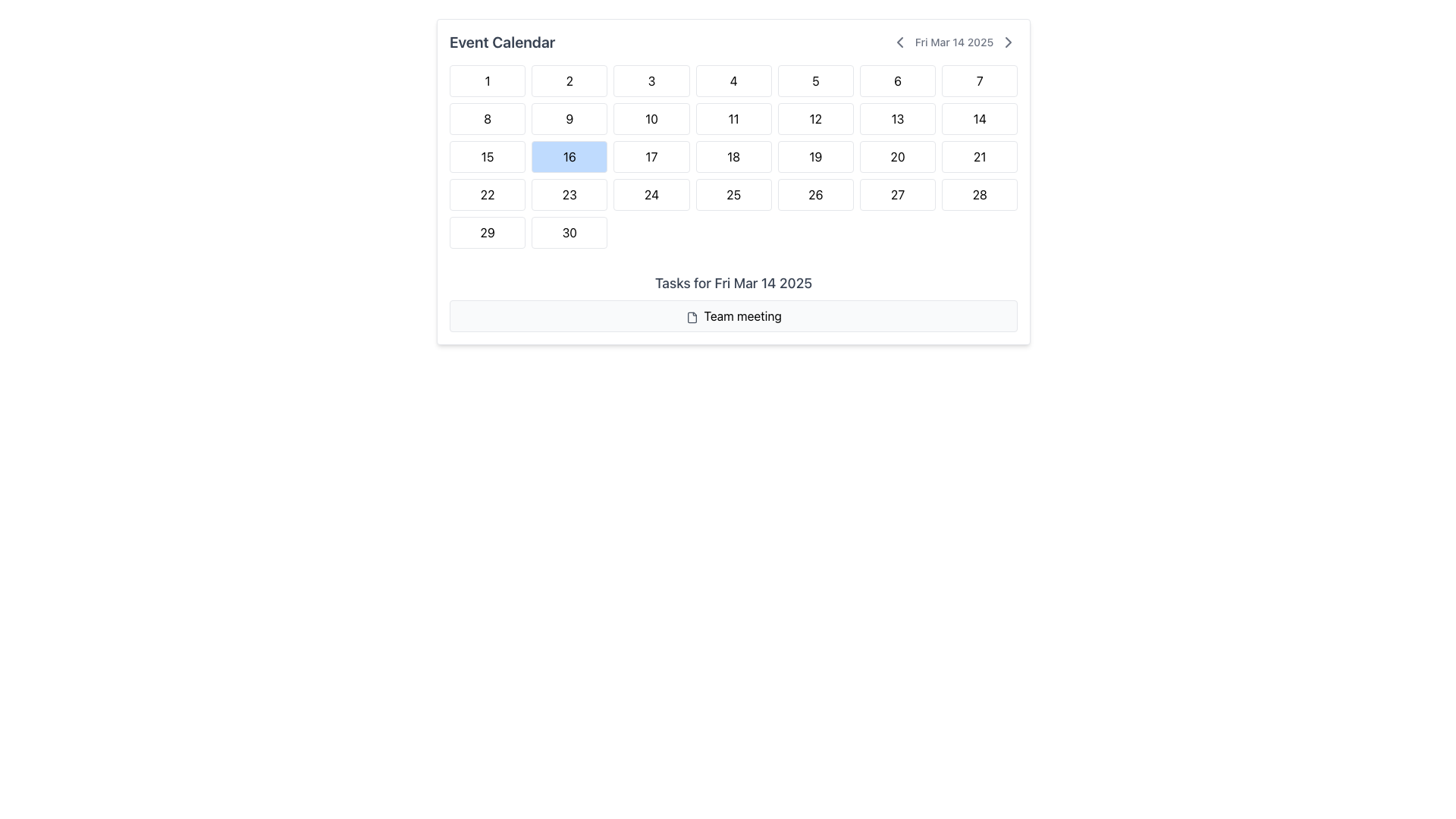 Image resolution: width=1456 pixels, height=819 pixels. I want to click on the button labeled '10' in the Event Calendar, located in the second row and third column of the grid, to trigger potential hover effects, so click(651, 118).